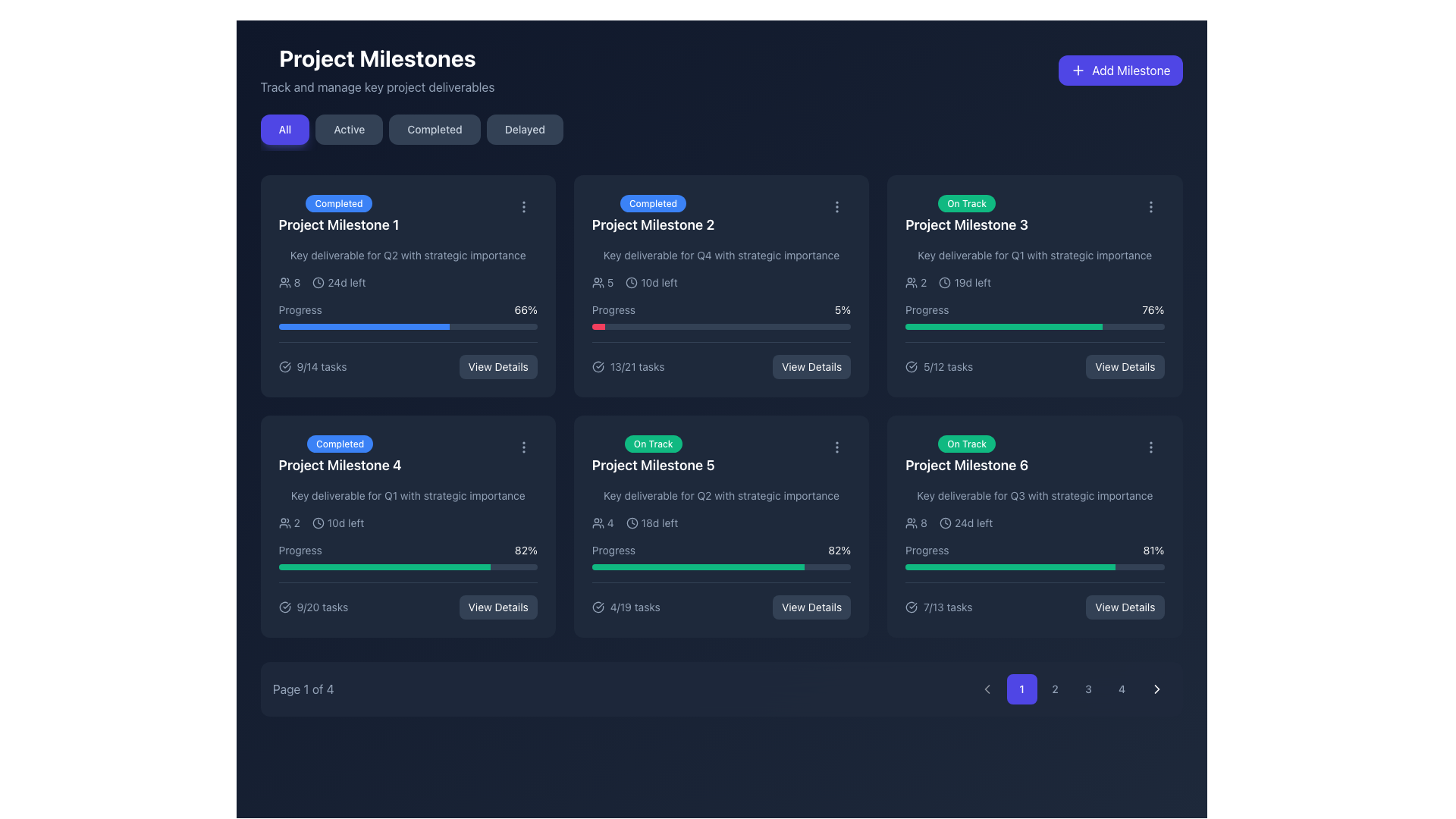  What do you see at coordinates (525, 128) in the screenshot?
I see `the fourth button from the left, located beneath the 'Project Milestones' header, to filter the projects and show only those marked as delayed` at bounding box center [525, 128].